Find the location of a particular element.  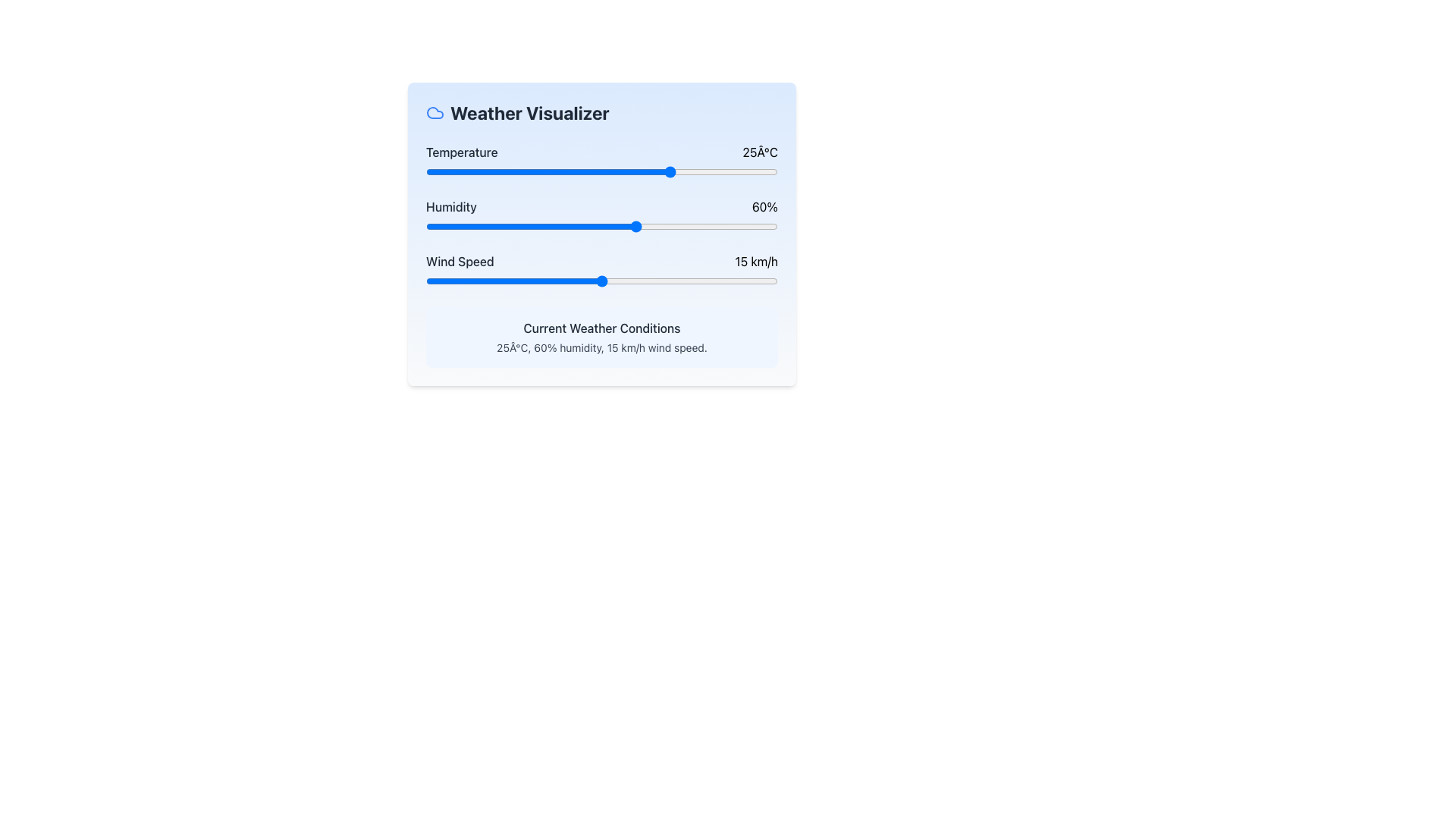

wind speed is located at coordinates (496, 281).